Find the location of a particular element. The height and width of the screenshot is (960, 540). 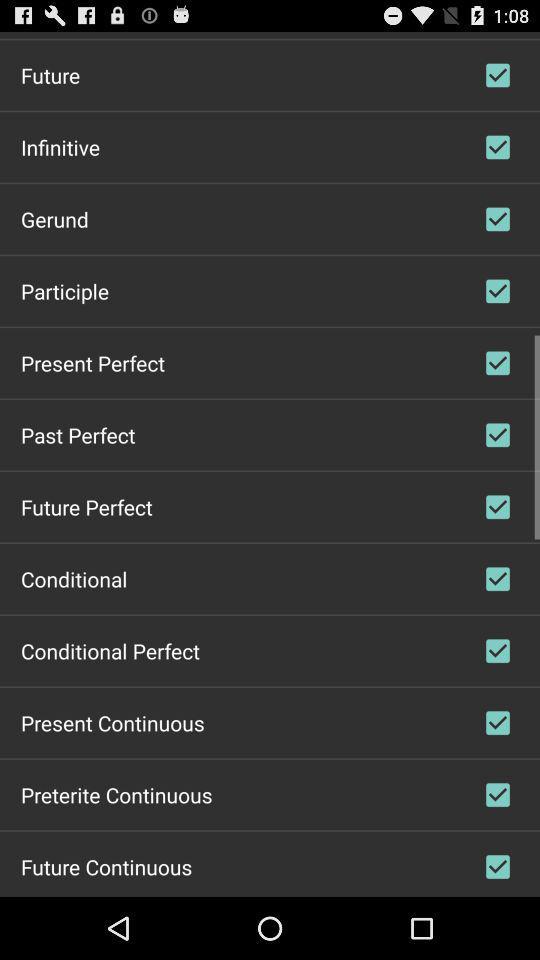

future perfect app is located at coordinates (85, 505).